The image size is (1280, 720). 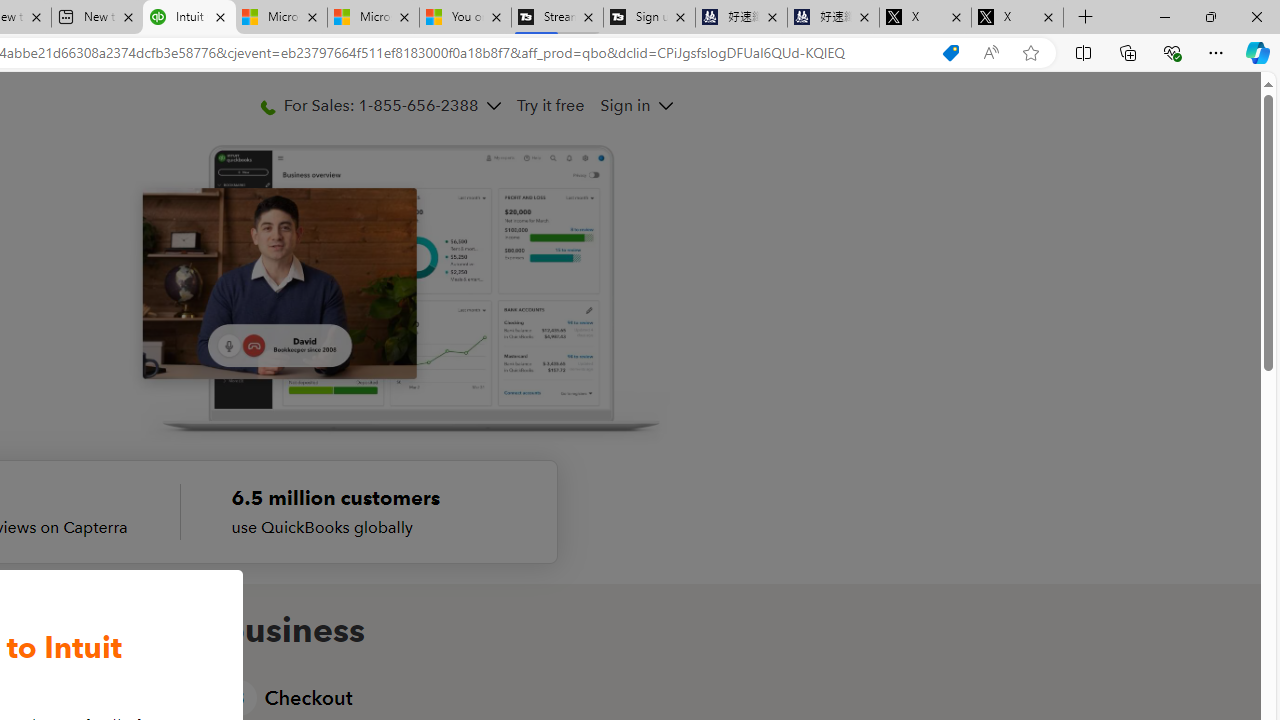 What do you see at coordinates (266, 108) in the screenshot?
I see `'PhoneIcon'` at bounding box center [266, 108].